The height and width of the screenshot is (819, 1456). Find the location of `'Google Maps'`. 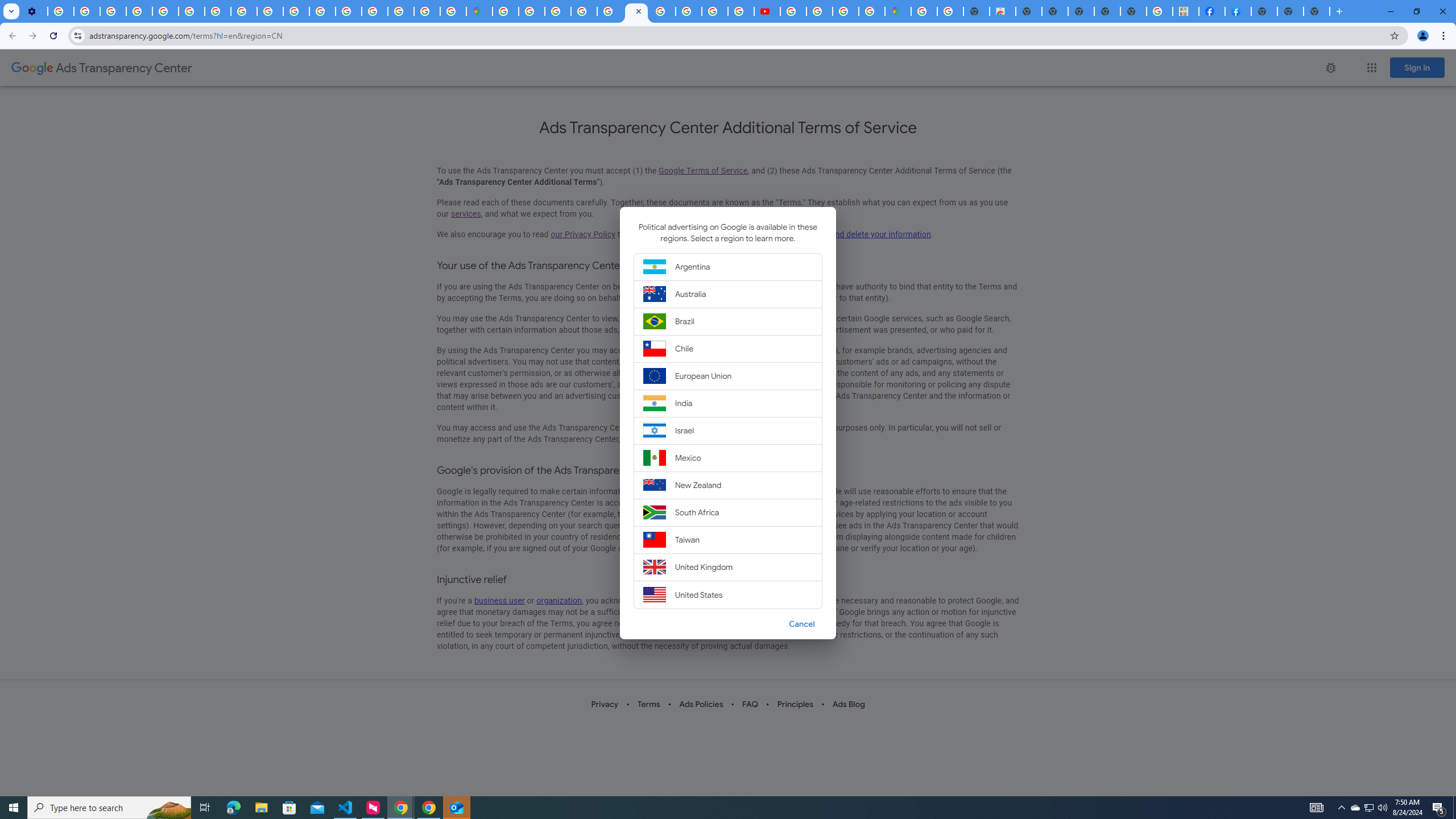

'Google Maps' is located at coordinates (897, 11).